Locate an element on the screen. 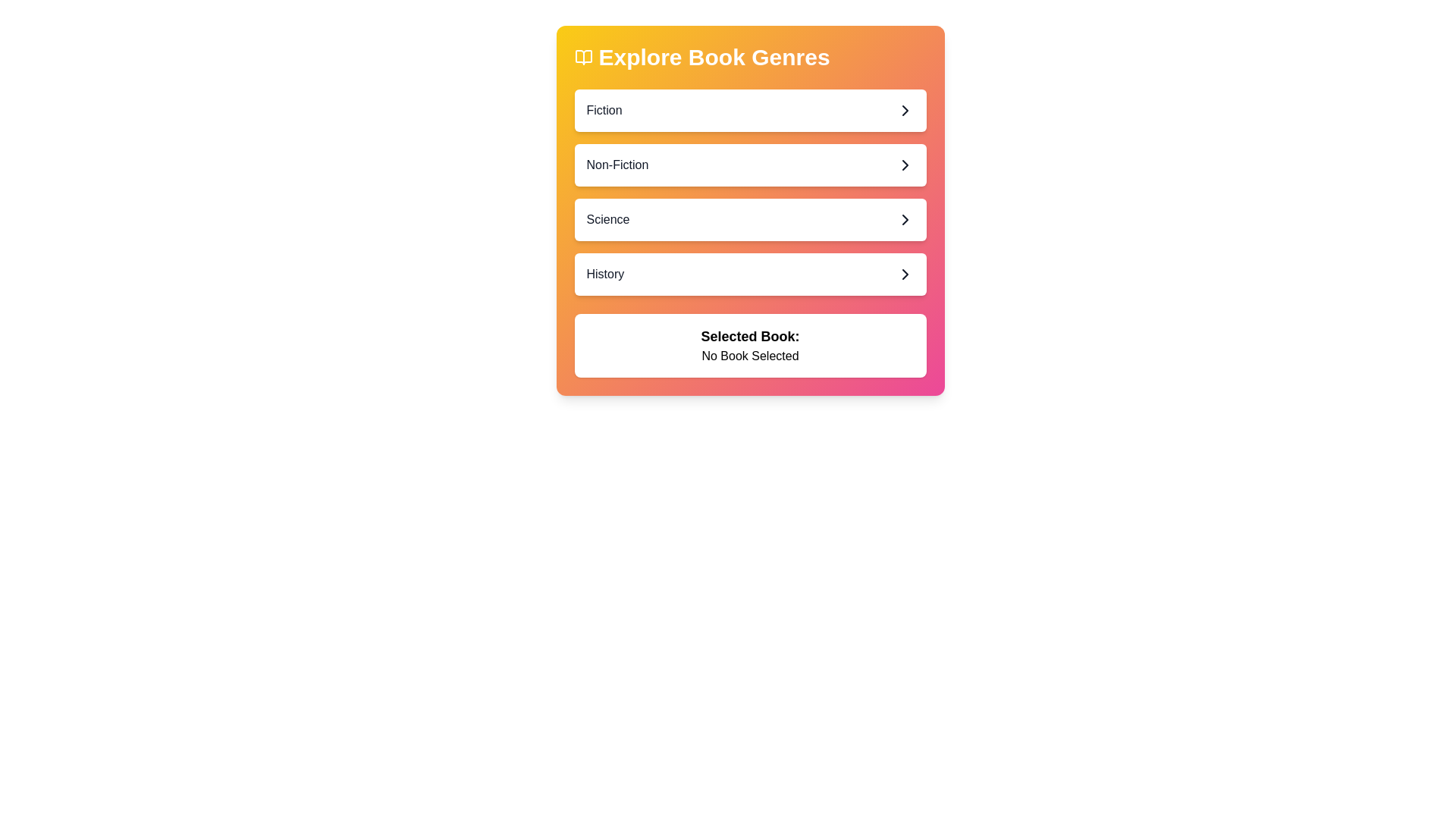 Image resolution: width=1456 pixels, height=819 pixels. the small, right-pointing arrow icon at the far-right end of the 'History' item in the menu is located at coordinates (905, 275).